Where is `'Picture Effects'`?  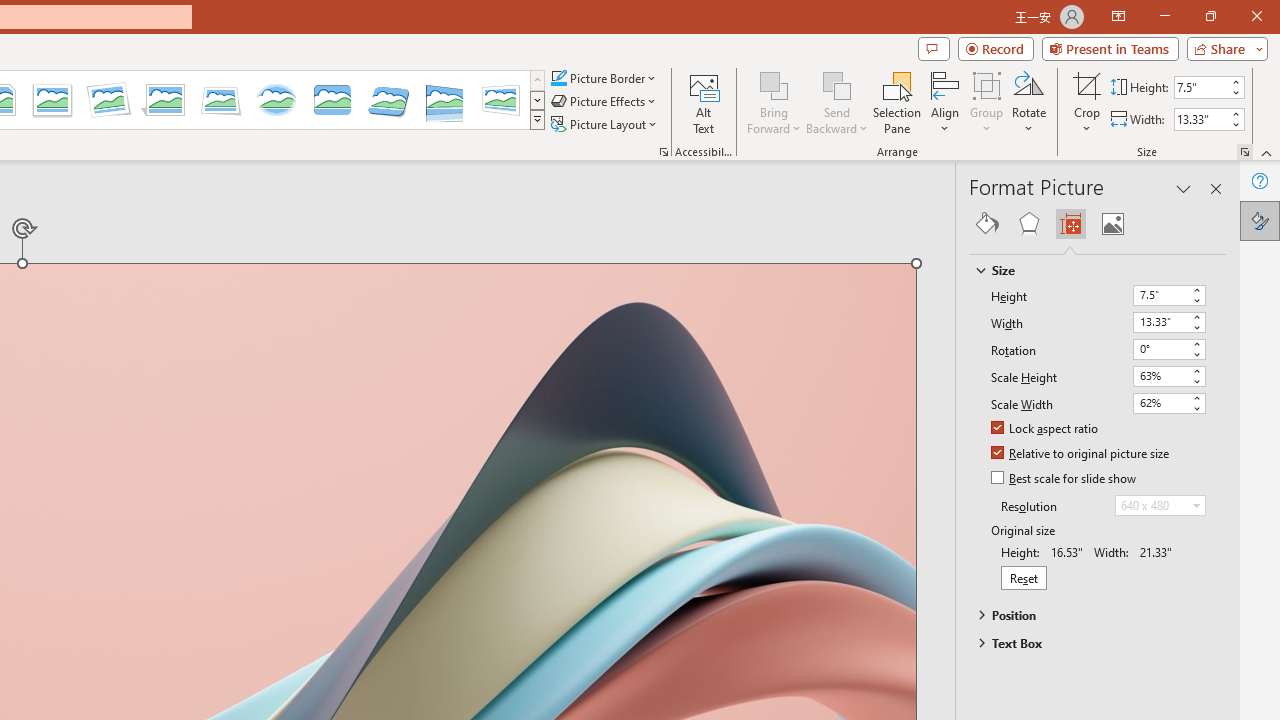
'Picture Effects' is located at coordinates (604, 101).